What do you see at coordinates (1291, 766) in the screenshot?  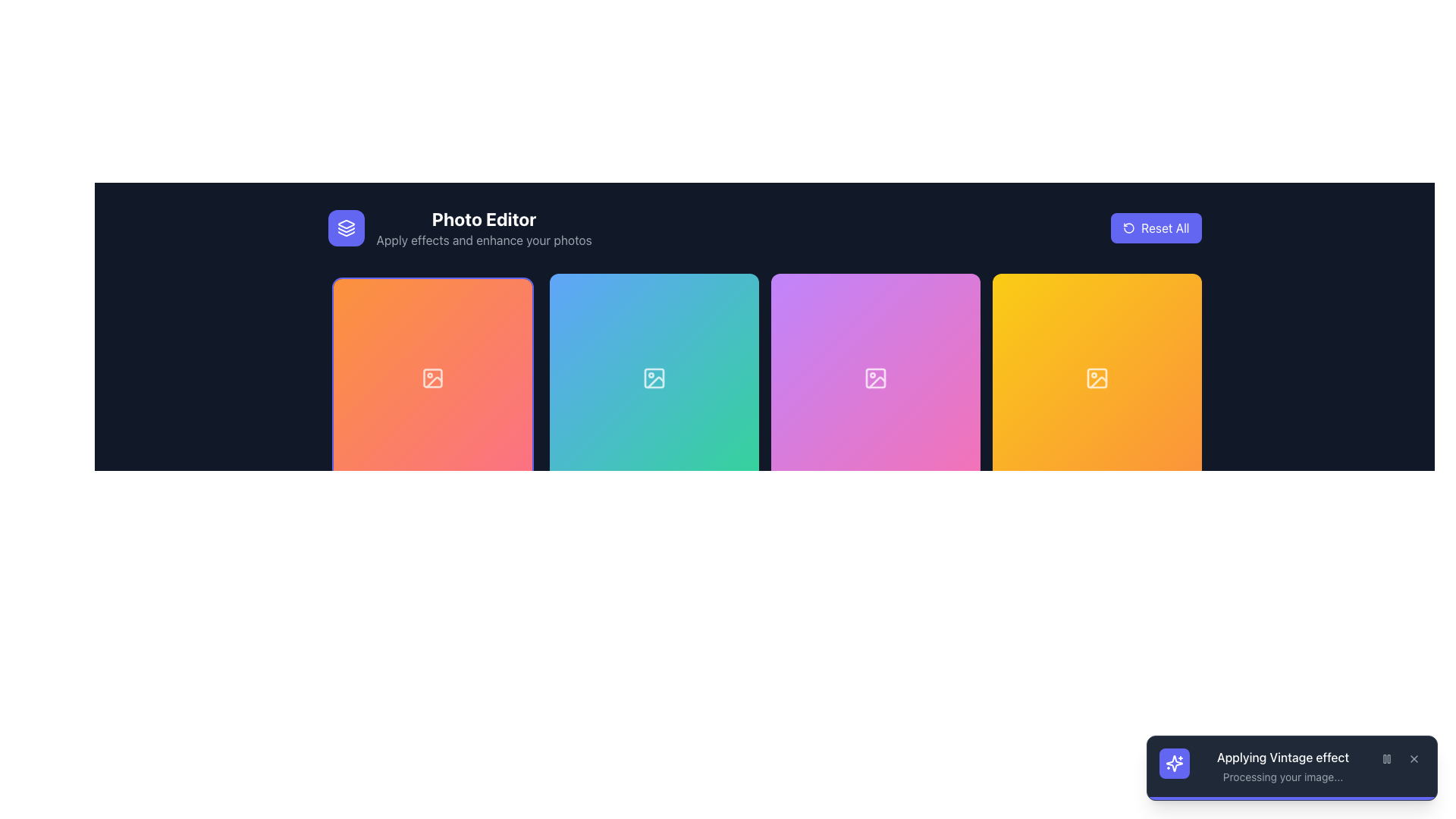 I see `the Notification panel displaying 'Applying Vintage effect' with a dark background, located at the bottom-right corner of the interface, for tooltip or interaction effects` at bounding box center [1291, 766].